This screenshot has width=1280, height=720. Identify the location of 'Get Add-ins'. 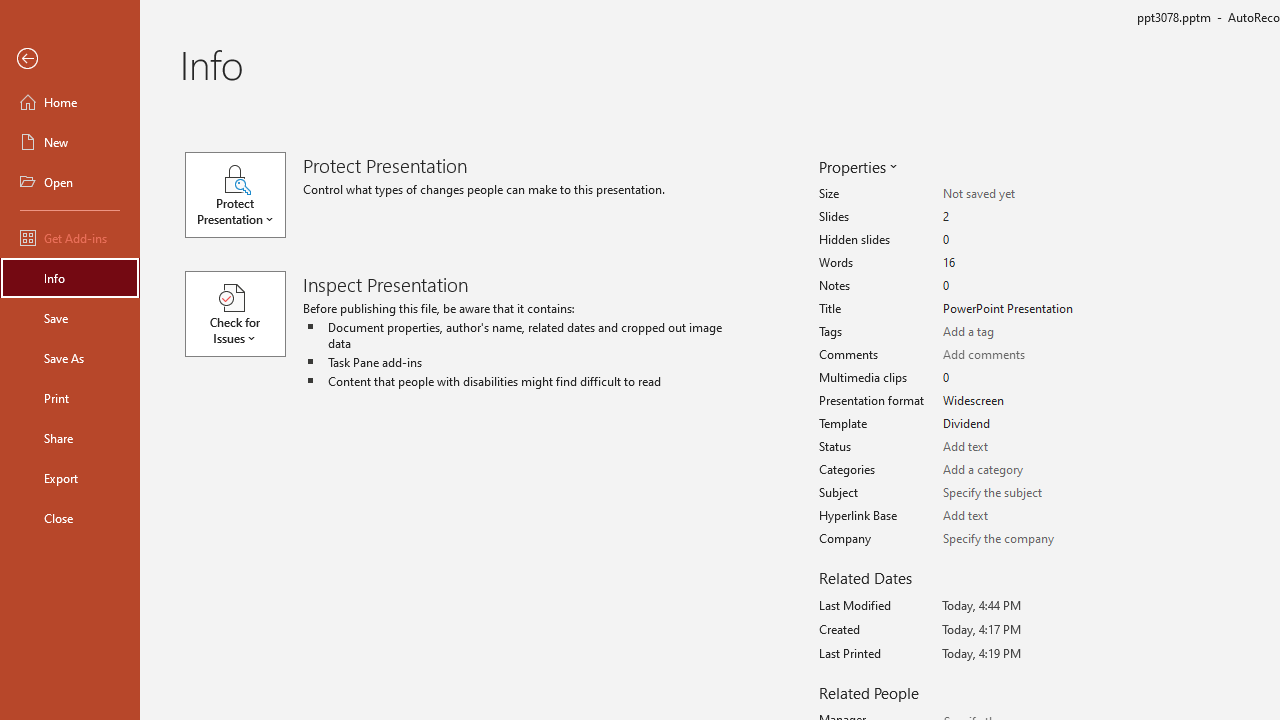
(69, 236).